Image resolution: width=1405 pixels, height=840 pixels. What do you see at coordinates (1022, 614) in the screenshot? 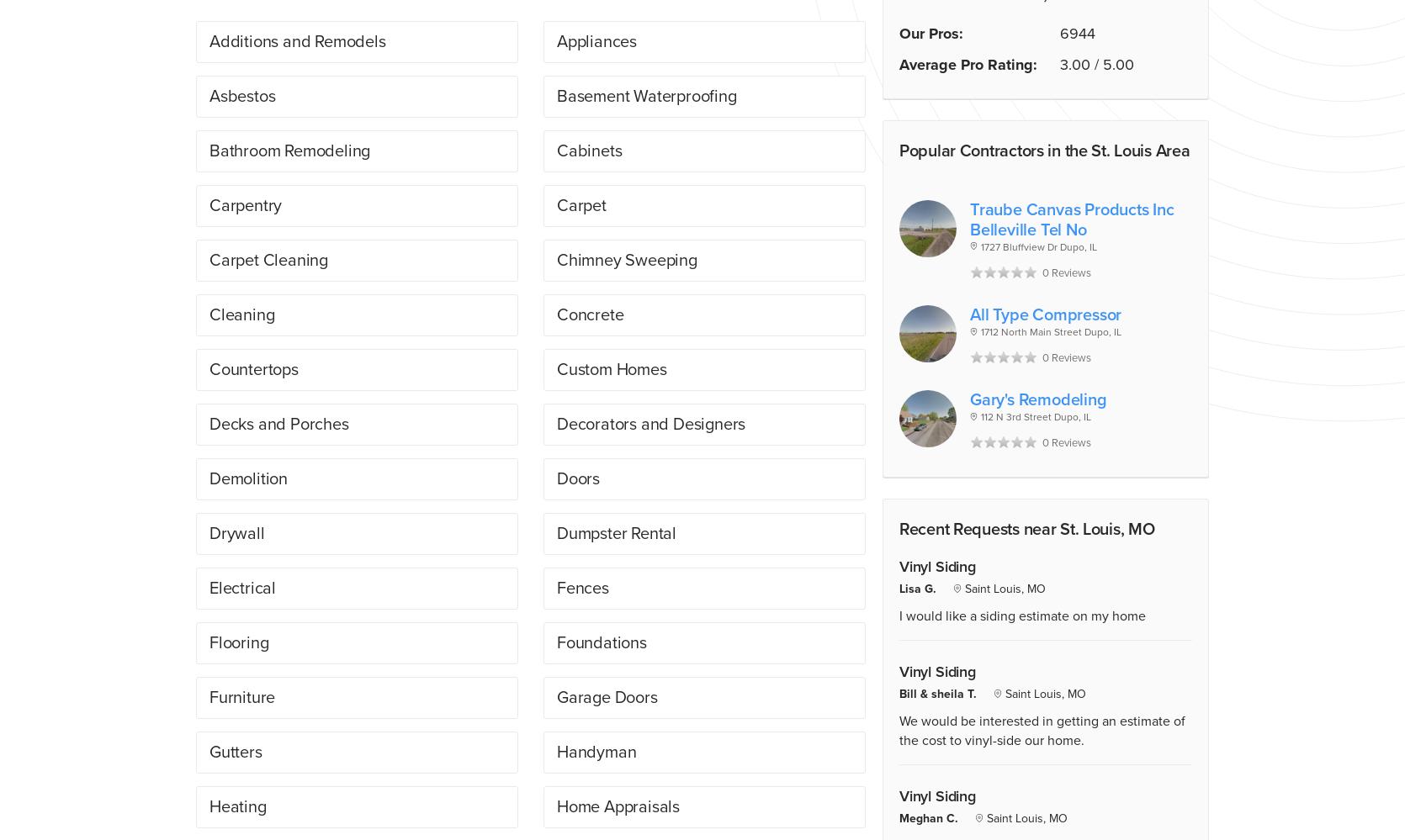
I see `'I would like a siding estimate on my home'` at bounding box center [1022, 614].